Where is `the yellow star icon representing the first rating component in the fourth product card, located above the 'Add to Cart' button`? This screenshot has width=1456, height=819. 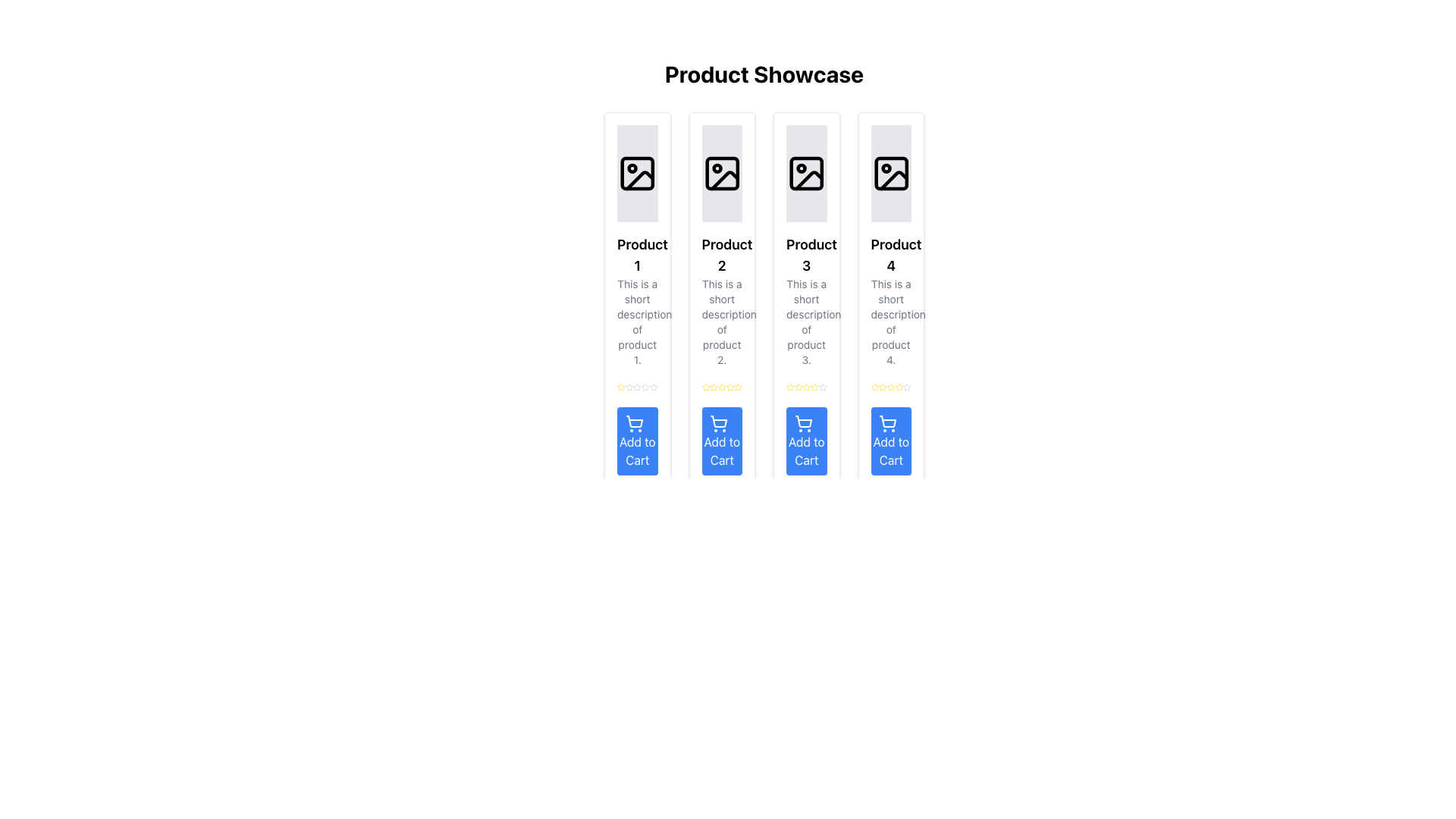 the yellow star icon representing the first rating component in the fourth product card, located above the 'Add to Cart' button is located at coordinates (874, 386).